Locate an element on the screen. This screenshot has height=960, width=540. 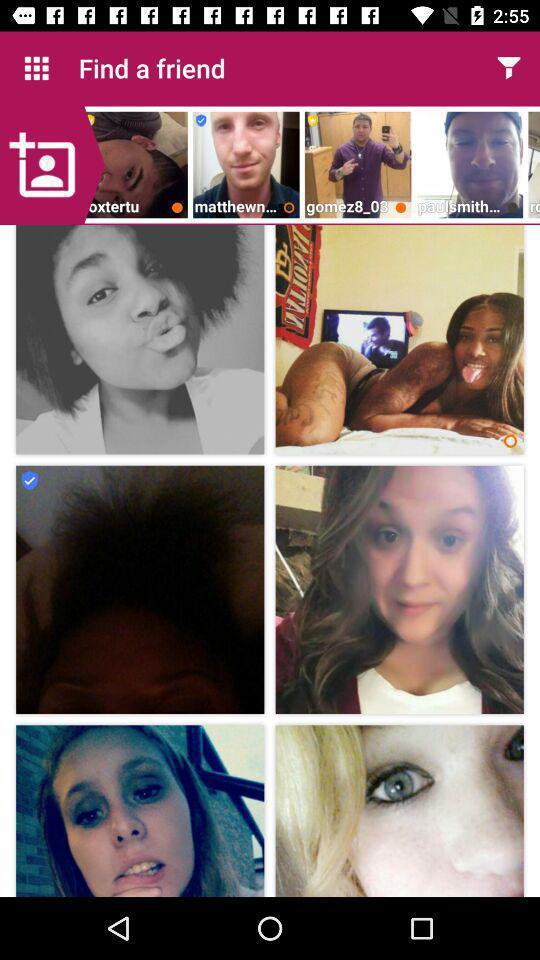
item to the left of the find a friend icon is located at coordinates (36, 68).